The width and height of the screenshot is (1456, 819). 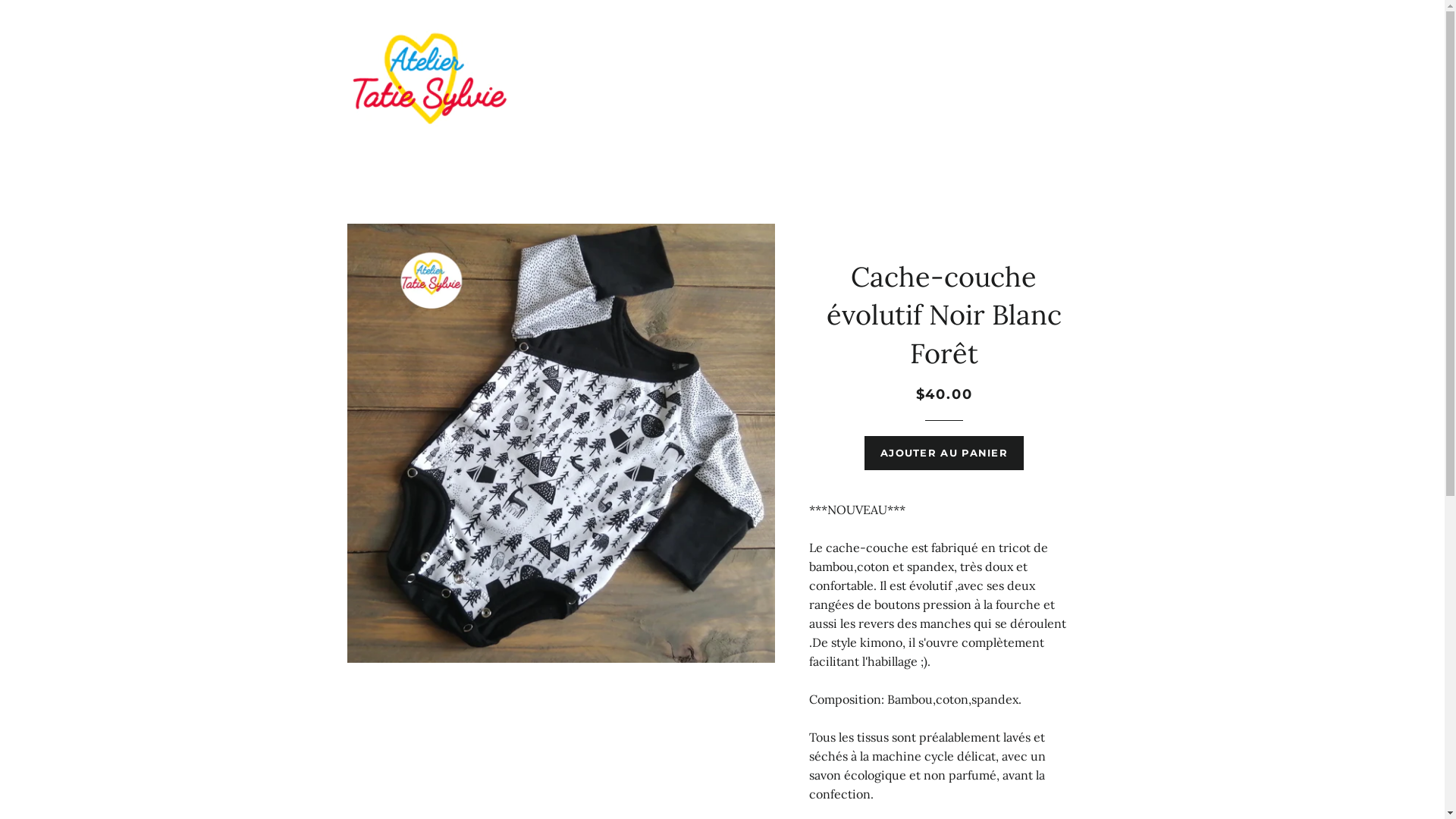 What do you see at coordinates (943, 452) in the screenshot?
I see `'AJOUTER AU PANIER'` at bounding box center [943, 452].